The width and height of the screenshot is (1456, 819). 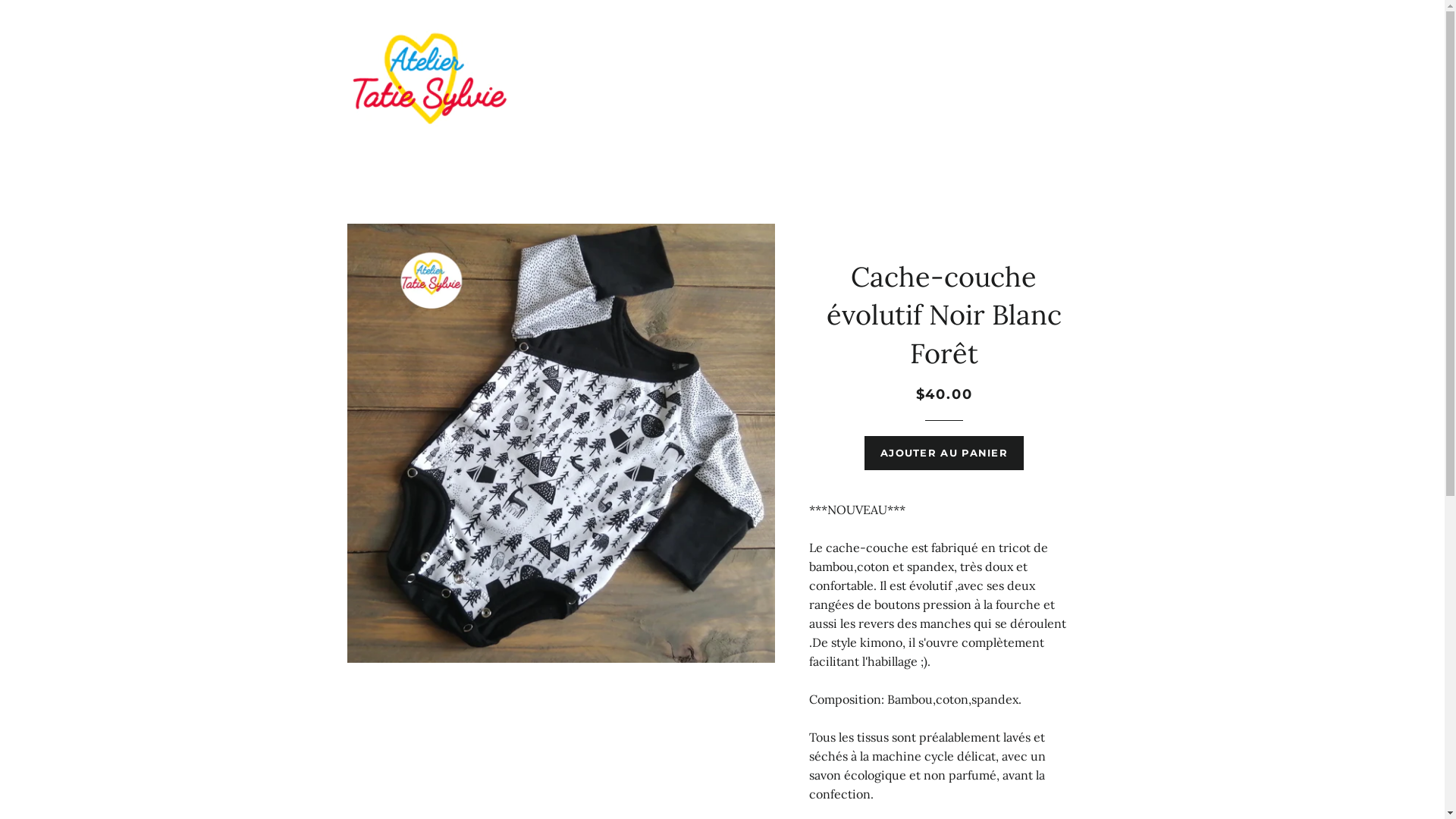 What do you see at coordinates (943, 452) in the screenshot?
I see `'AJOUTER AU PANIER'` at bounding box center [943, 452].